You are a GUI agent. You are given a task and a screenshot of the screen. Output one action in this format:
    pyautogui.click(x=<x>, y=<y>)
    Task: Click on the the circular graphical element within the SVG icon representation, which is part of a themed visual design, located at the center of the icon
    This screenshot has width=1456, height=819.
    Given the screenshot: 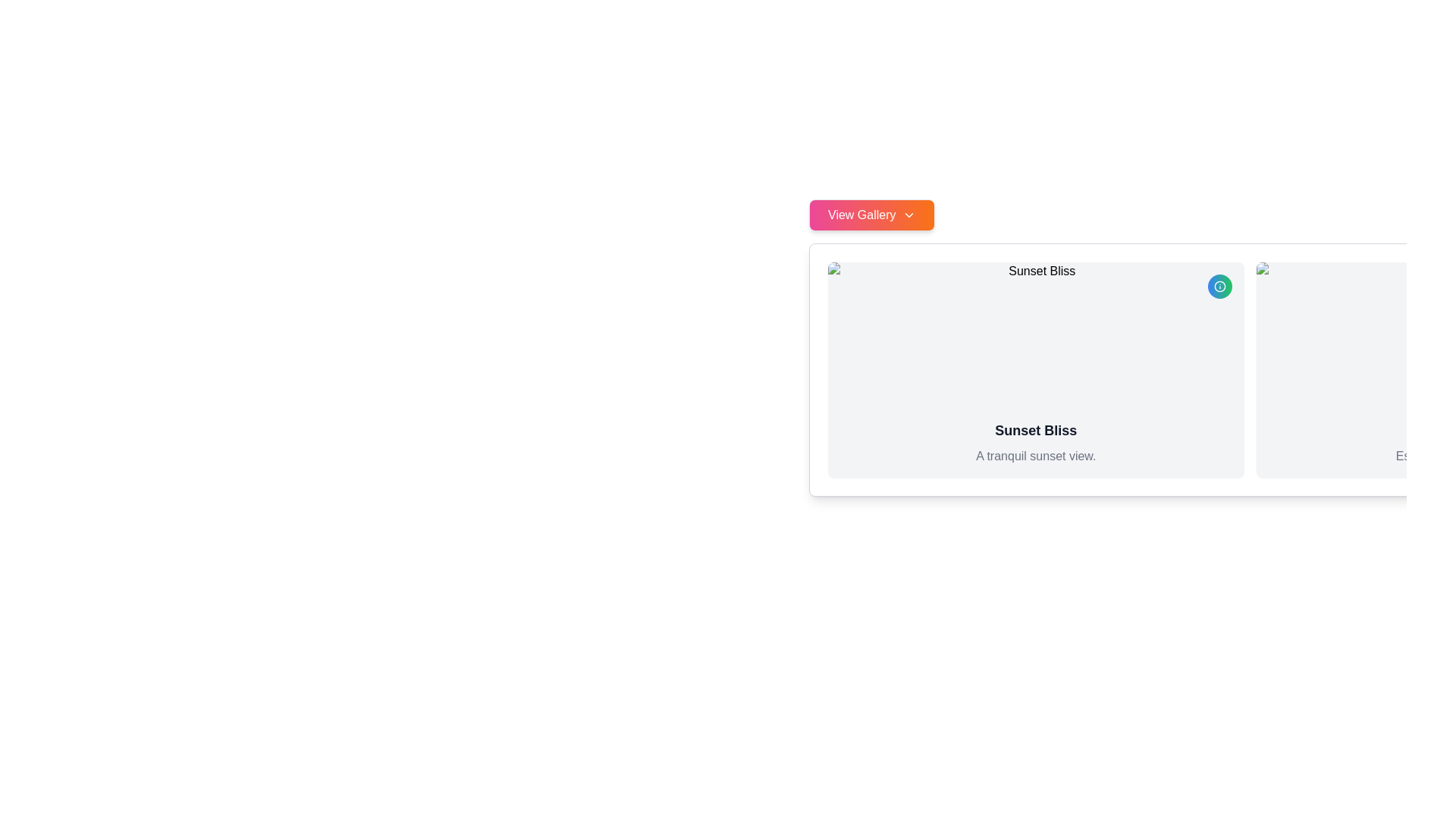 What is the action you would take?
    pyautogui.click(x=1219, y=287)
    